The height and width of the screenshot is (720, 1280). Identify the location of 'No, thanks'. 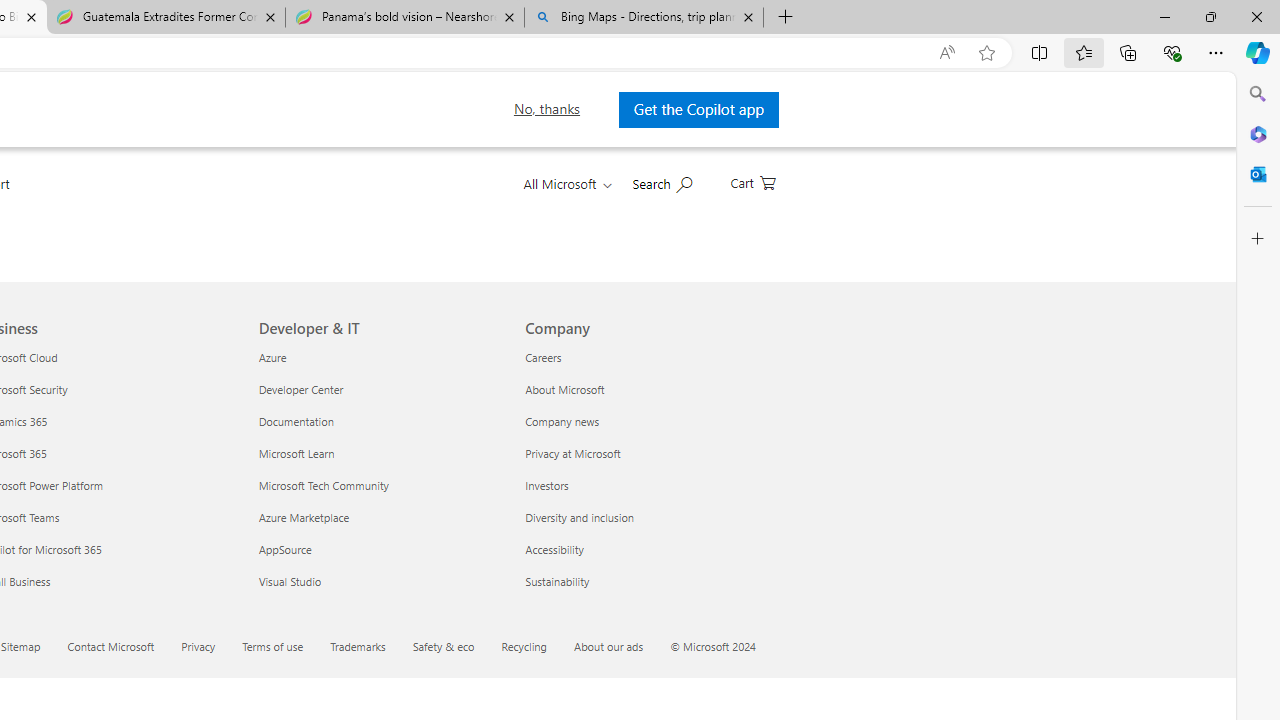
(540, 109).